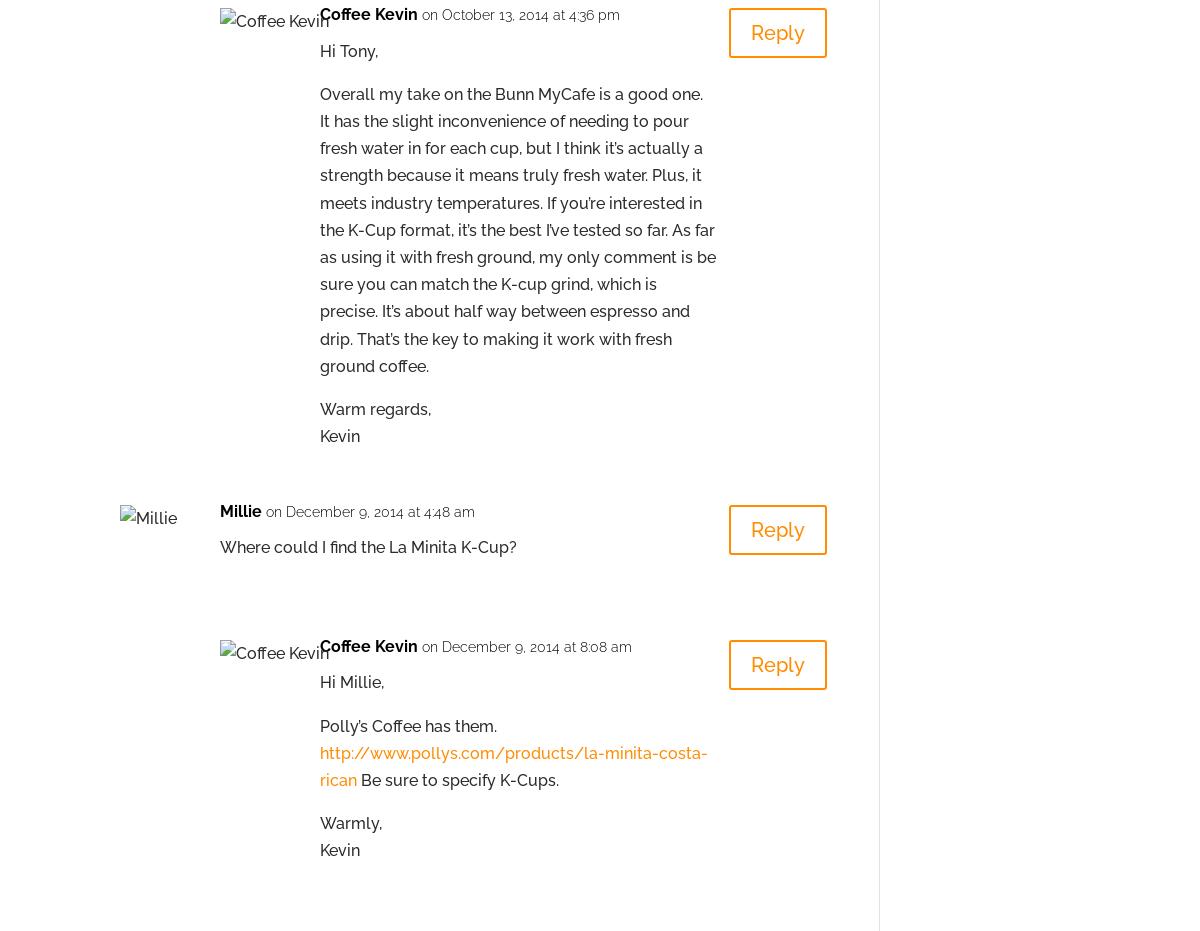  I want to click on 'on December 9, 2014 at 4:48 am', so click(370, 511).